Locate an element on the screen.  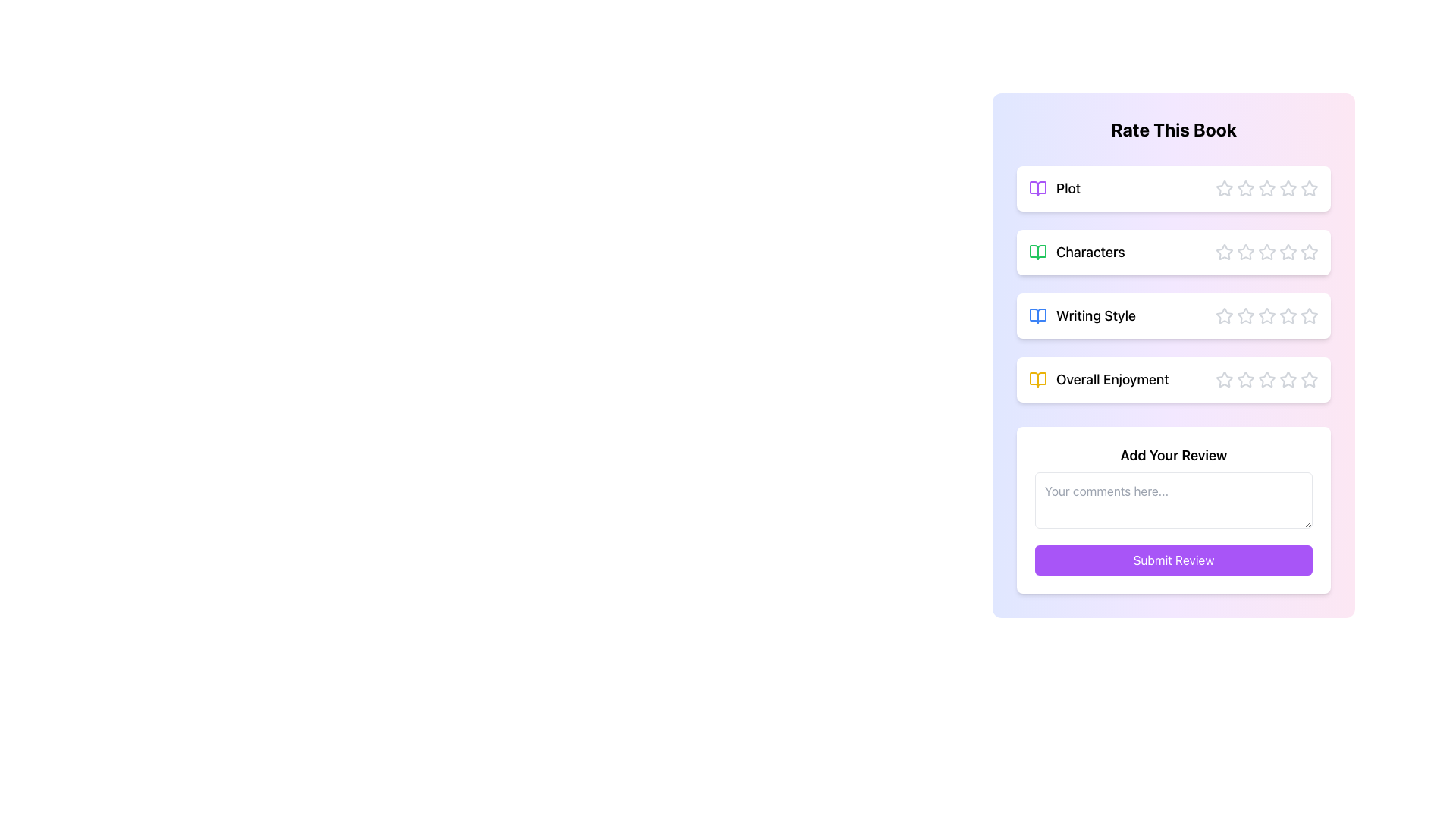
the second hollow star icon in the third row of the 'Writing Style' rating section is located at coordinates (1266, 315).